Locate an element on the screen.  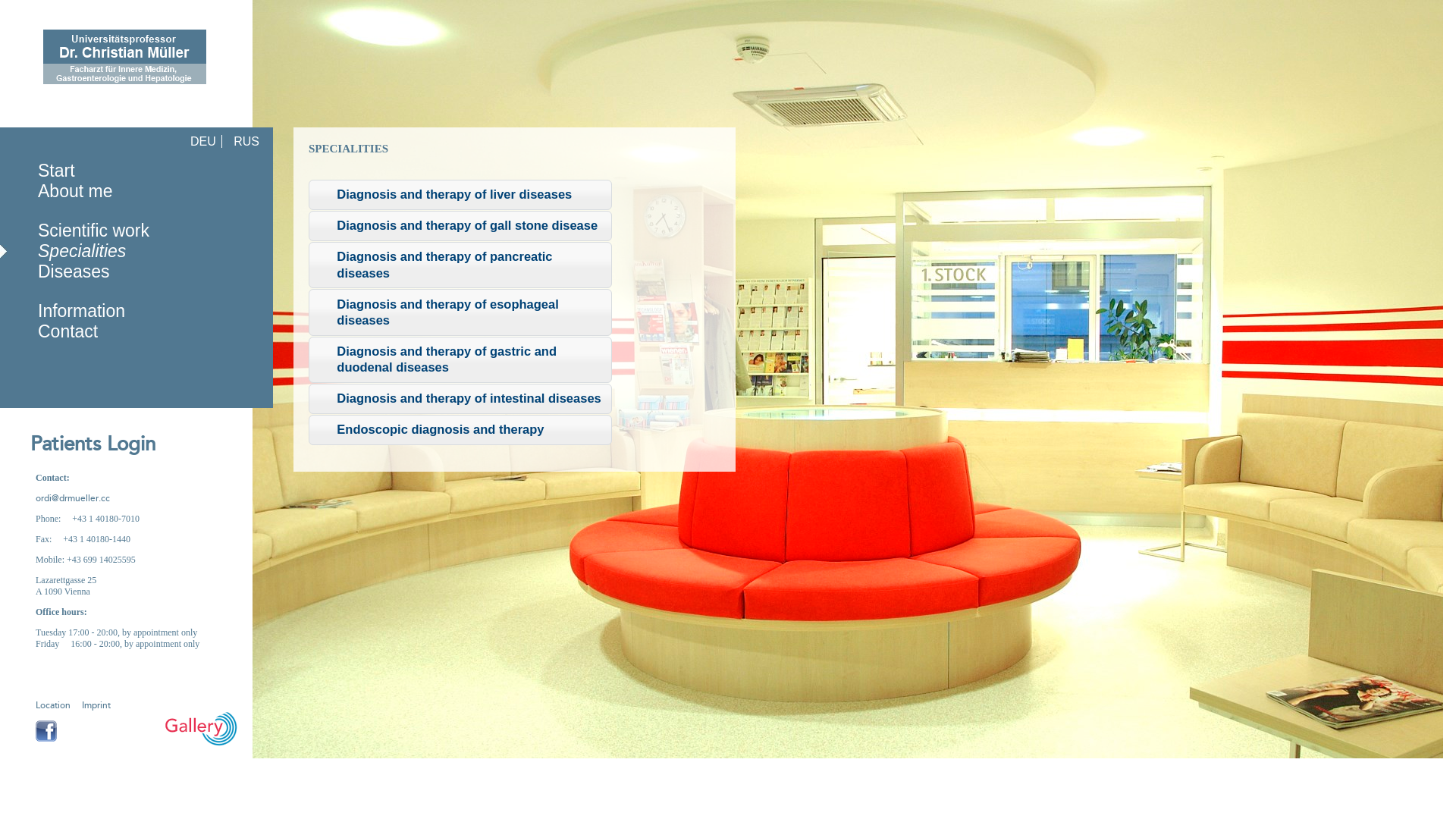
'DEU' is located at coordinates (202, 141).